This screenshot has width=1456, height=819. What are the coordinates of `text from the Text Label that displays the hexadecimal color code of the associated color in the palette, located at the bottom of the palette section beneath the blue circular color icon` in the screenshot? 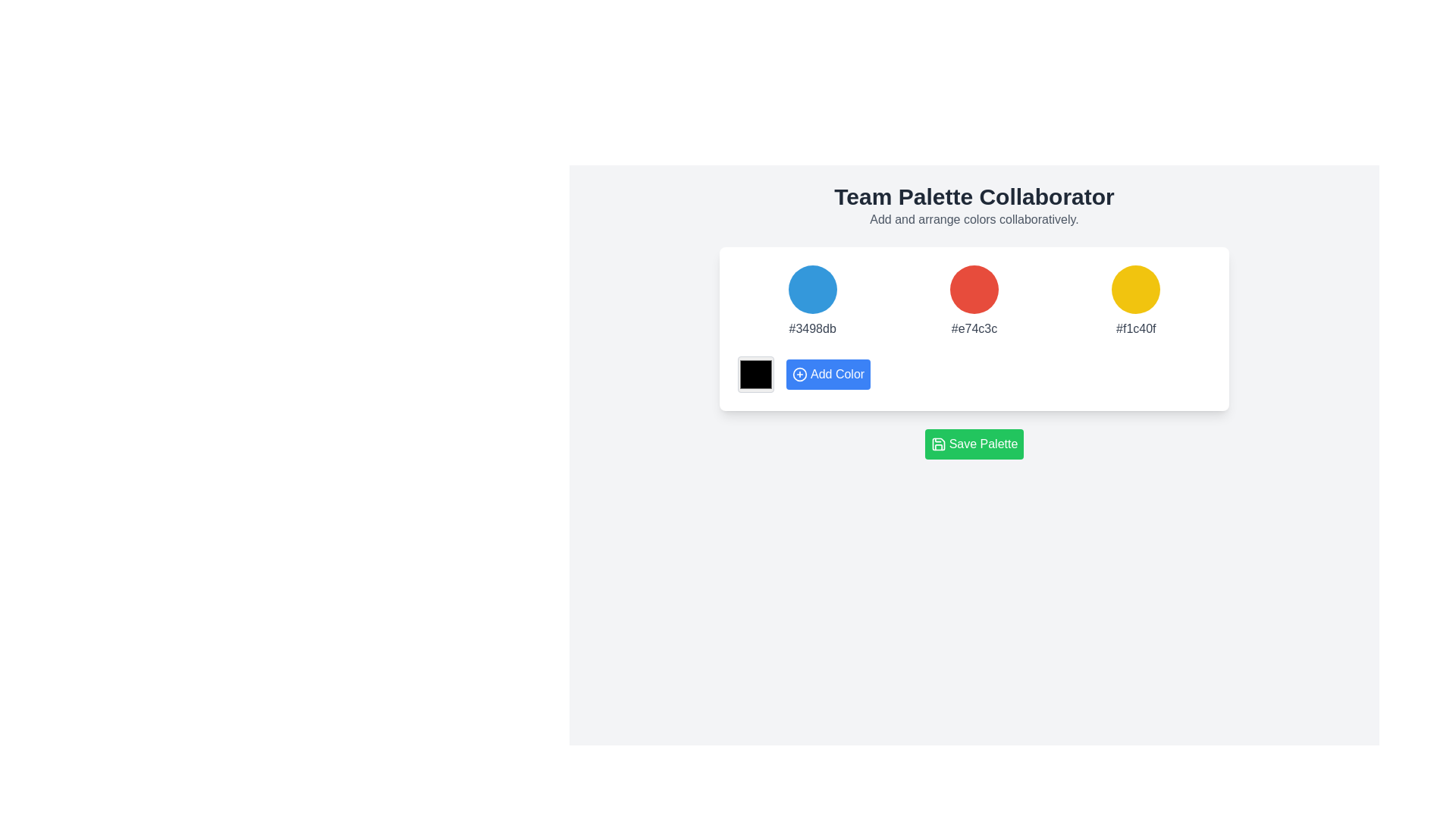 It's located at (811, 328).